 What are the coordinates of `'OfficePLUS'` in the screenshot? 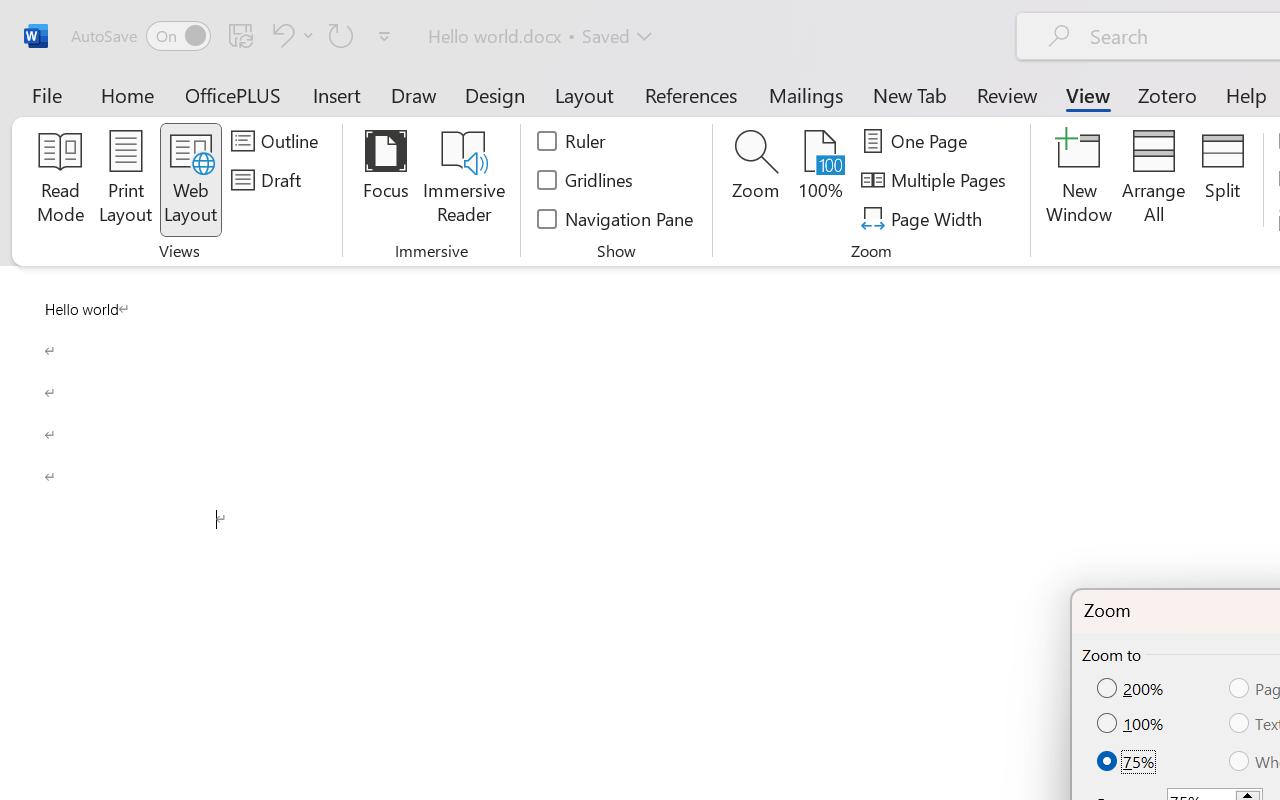 It's located at (233, 94).